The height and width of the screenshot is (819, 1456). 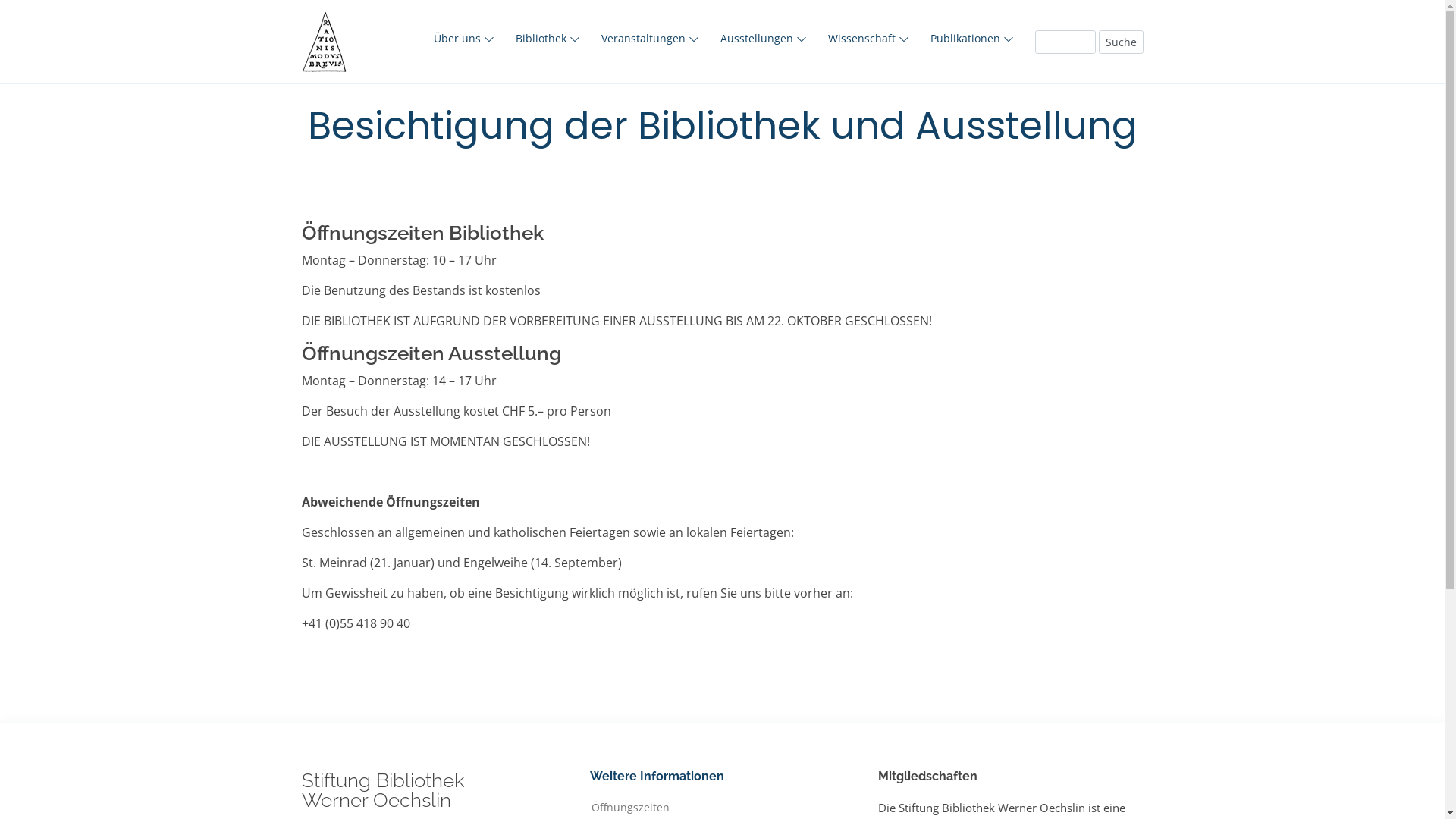 What do you see at coordinates (971, 37) in the screenshot?
I see `'Publikationen '` at bounding box center [971, 37].